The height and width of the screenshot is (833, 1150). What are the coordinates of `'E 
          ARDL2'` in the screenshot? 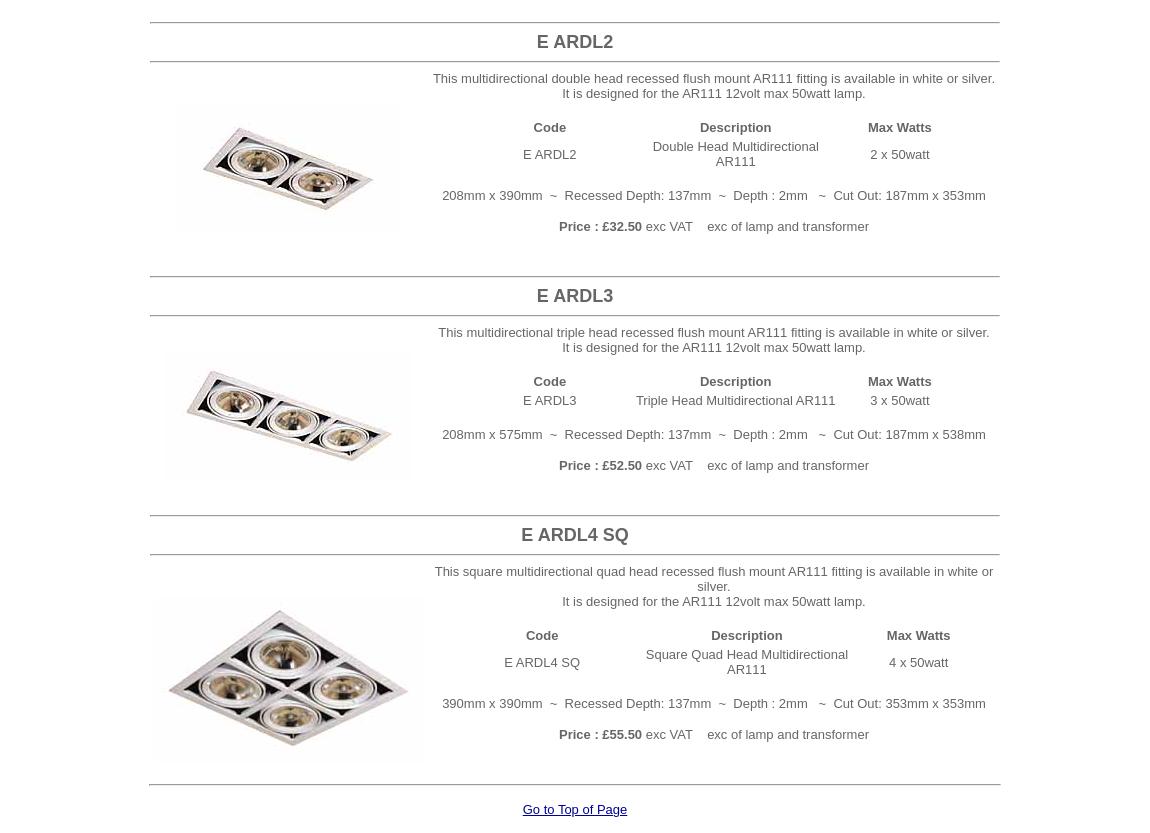 It's located at (574, 41).